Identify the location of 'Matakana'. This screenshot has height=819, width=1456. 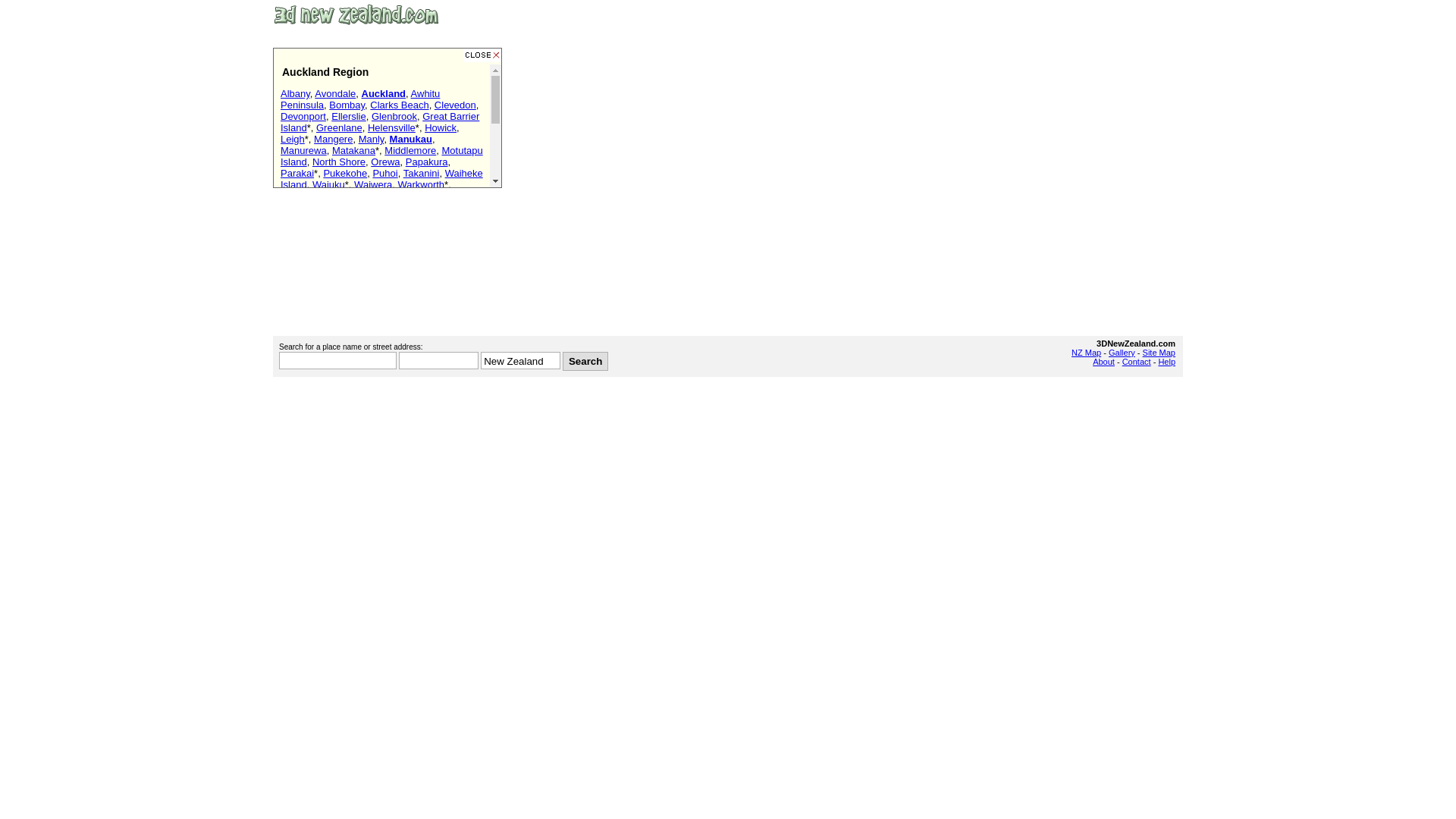
(331, 150).